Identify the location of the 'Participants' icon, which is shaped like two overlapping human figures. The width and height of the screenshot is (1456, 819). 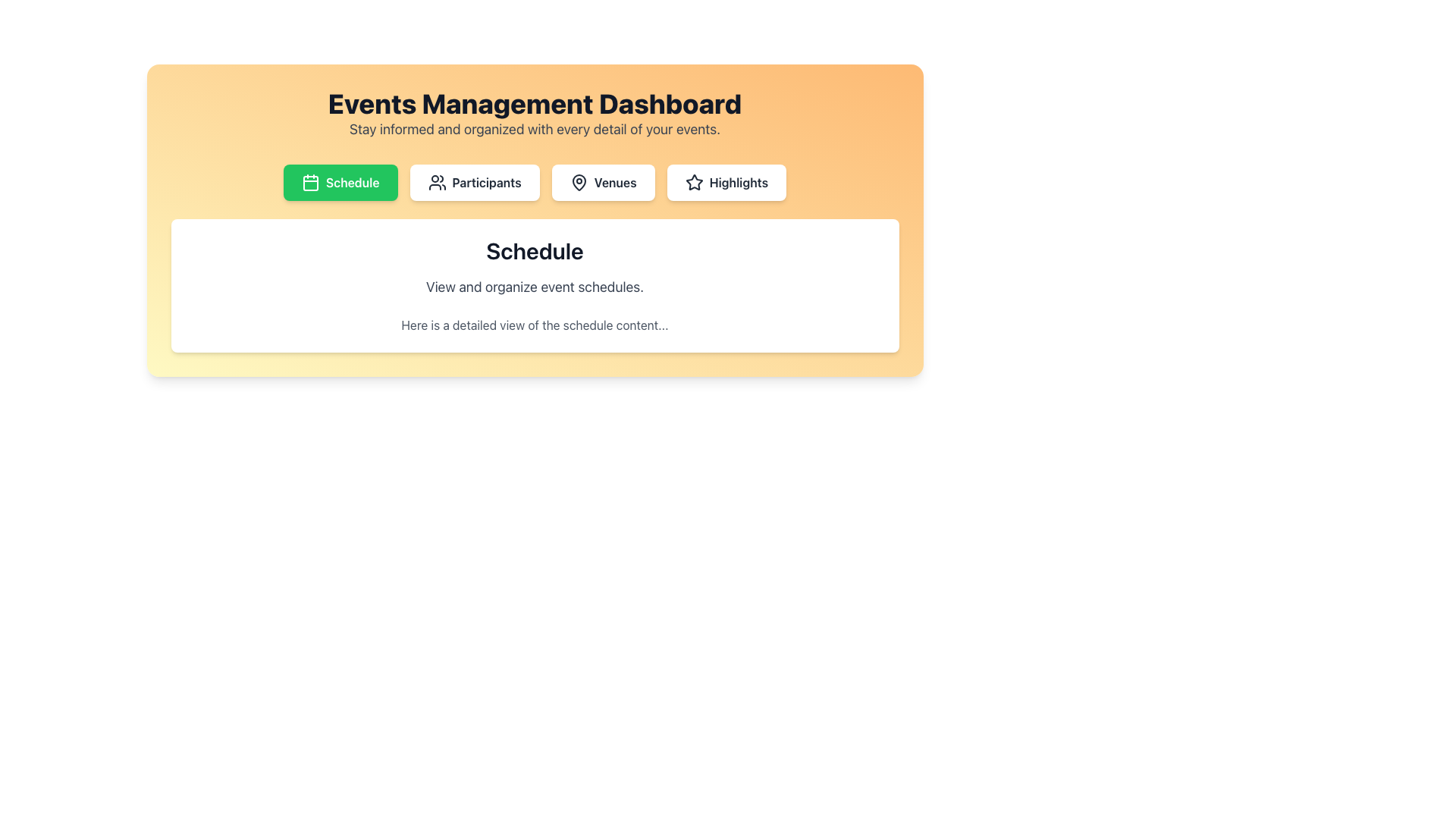
(436, 181).